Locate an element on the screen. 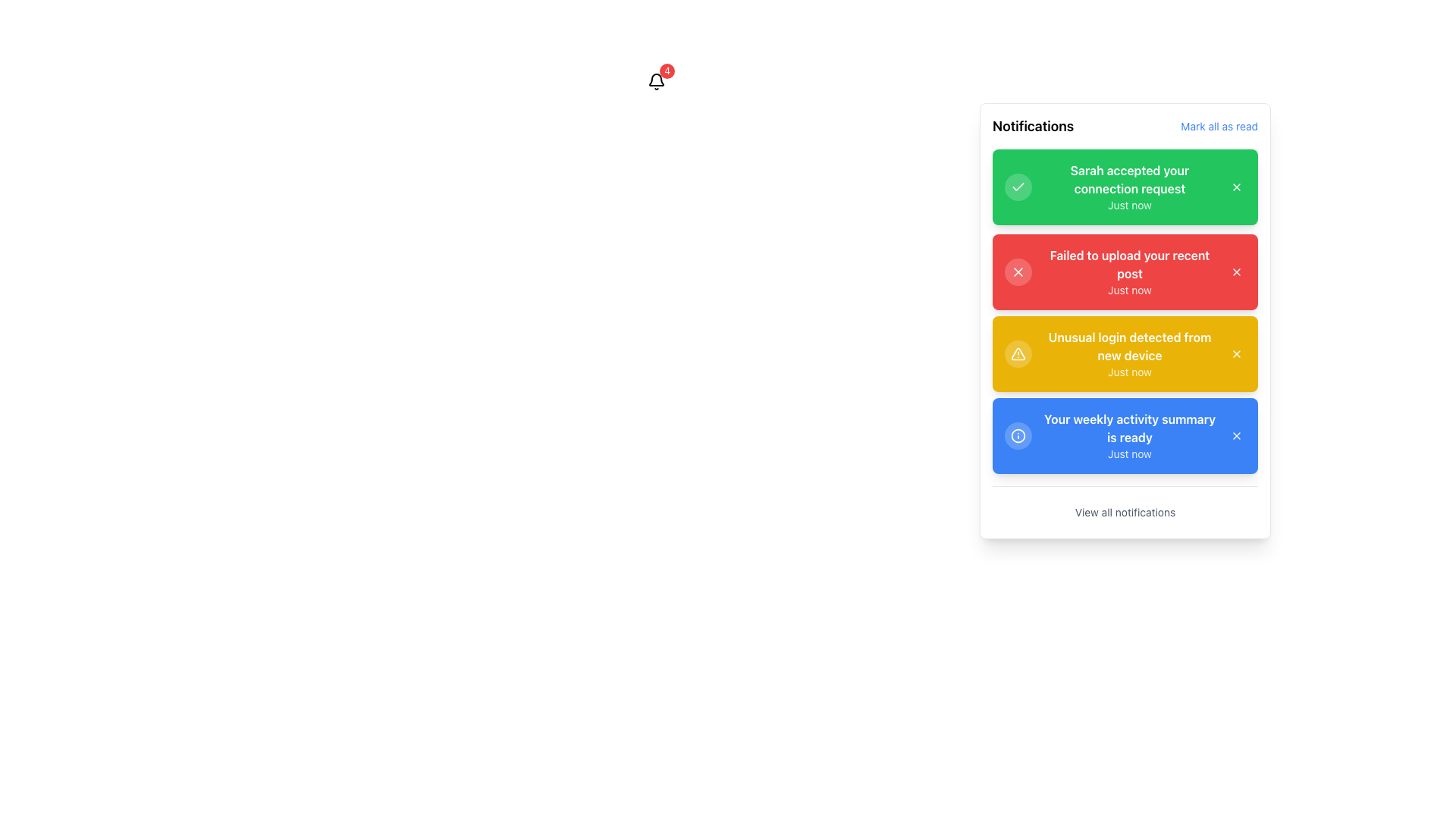 The width and height of the screenshot is (1456, 819). the bell notification icon located at the center of its circular background is located at coordinates (656, 82).